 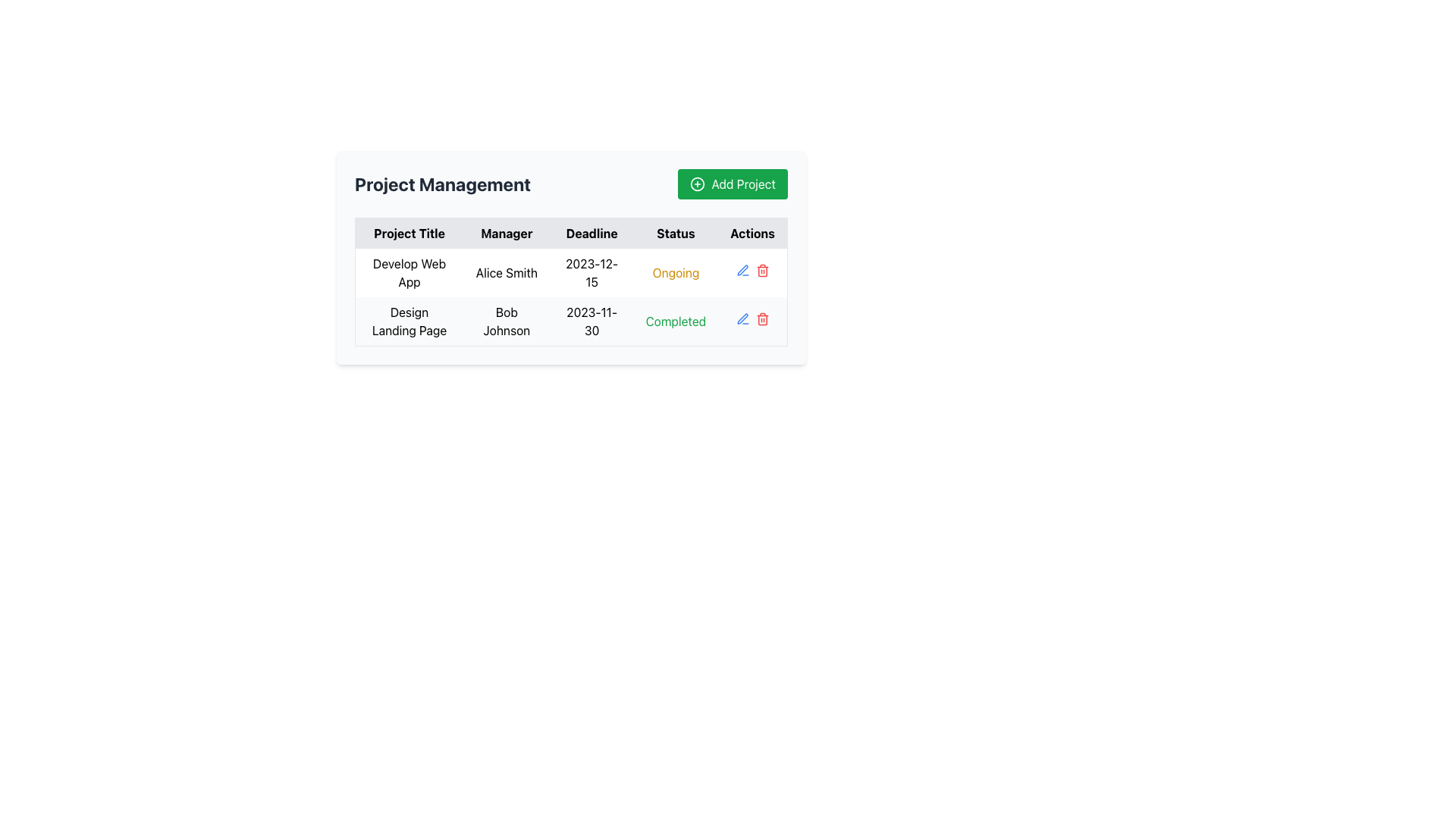 What do you see at coordinates (507, 233) in the screenshot?
I see `the 'Manager' text label, which is the second column header in the 'Project Management' table, positioned between 'Project Title' and 'Deadline'` at bounding box center [507, 233].